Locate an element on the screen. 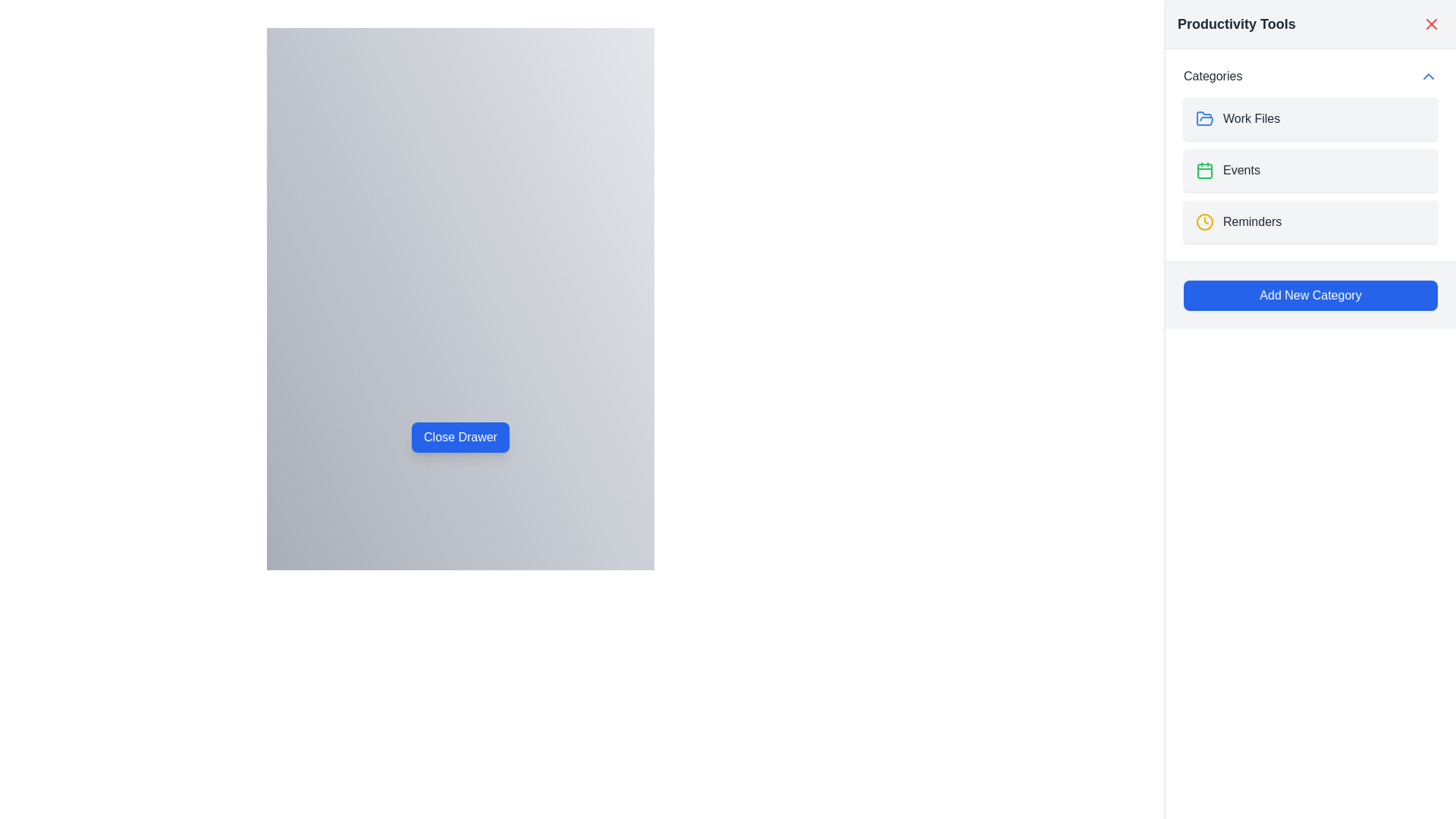  the SVG rectangle that forms part of the calendar icon located in the right panel under the 'Categories' section, associated with the 'Events' label is located at coordinates (1203, 171).